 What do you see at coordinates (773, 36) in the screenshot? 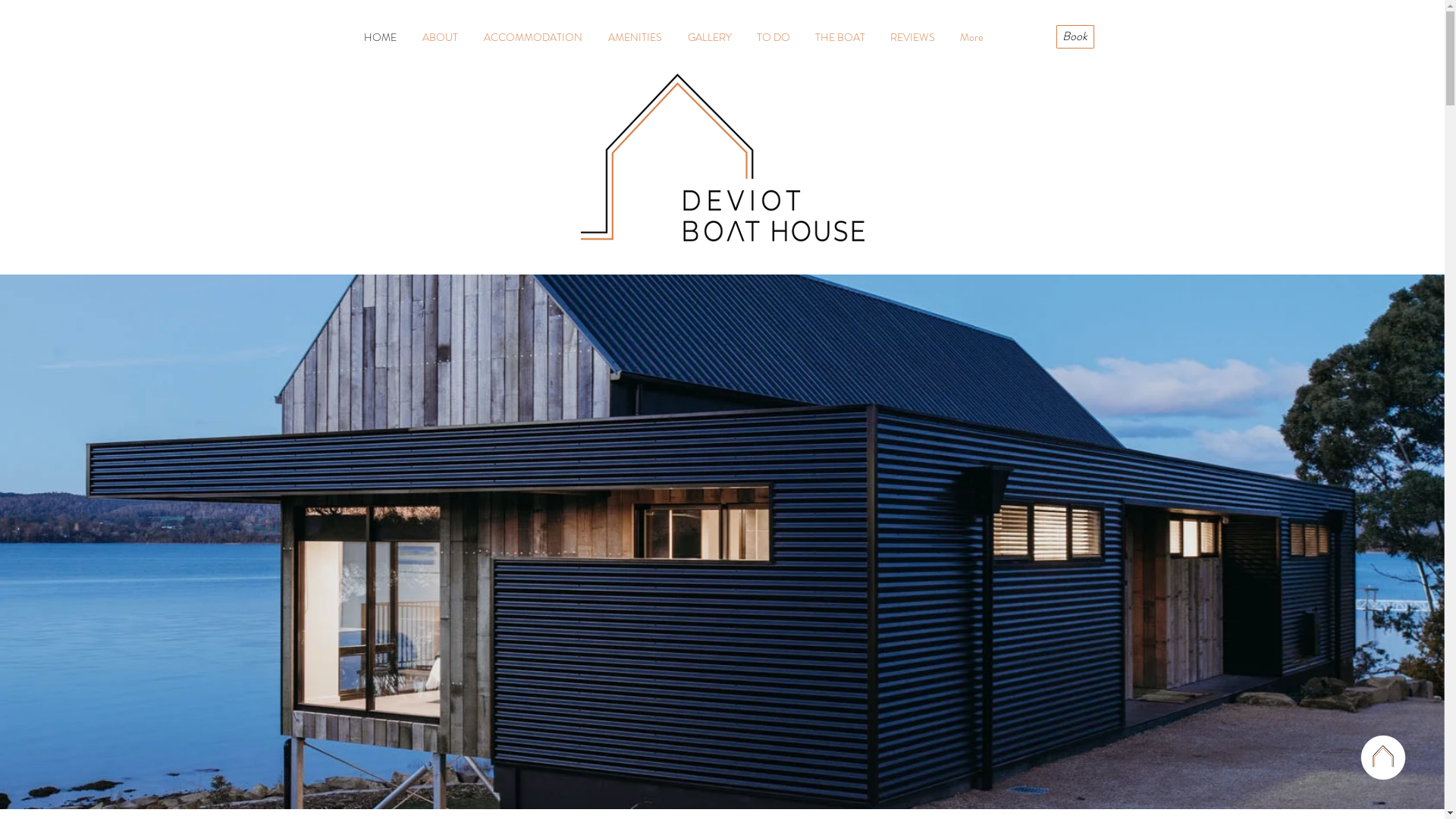
I see `'TO DO'` at bounding box center [773, 36].